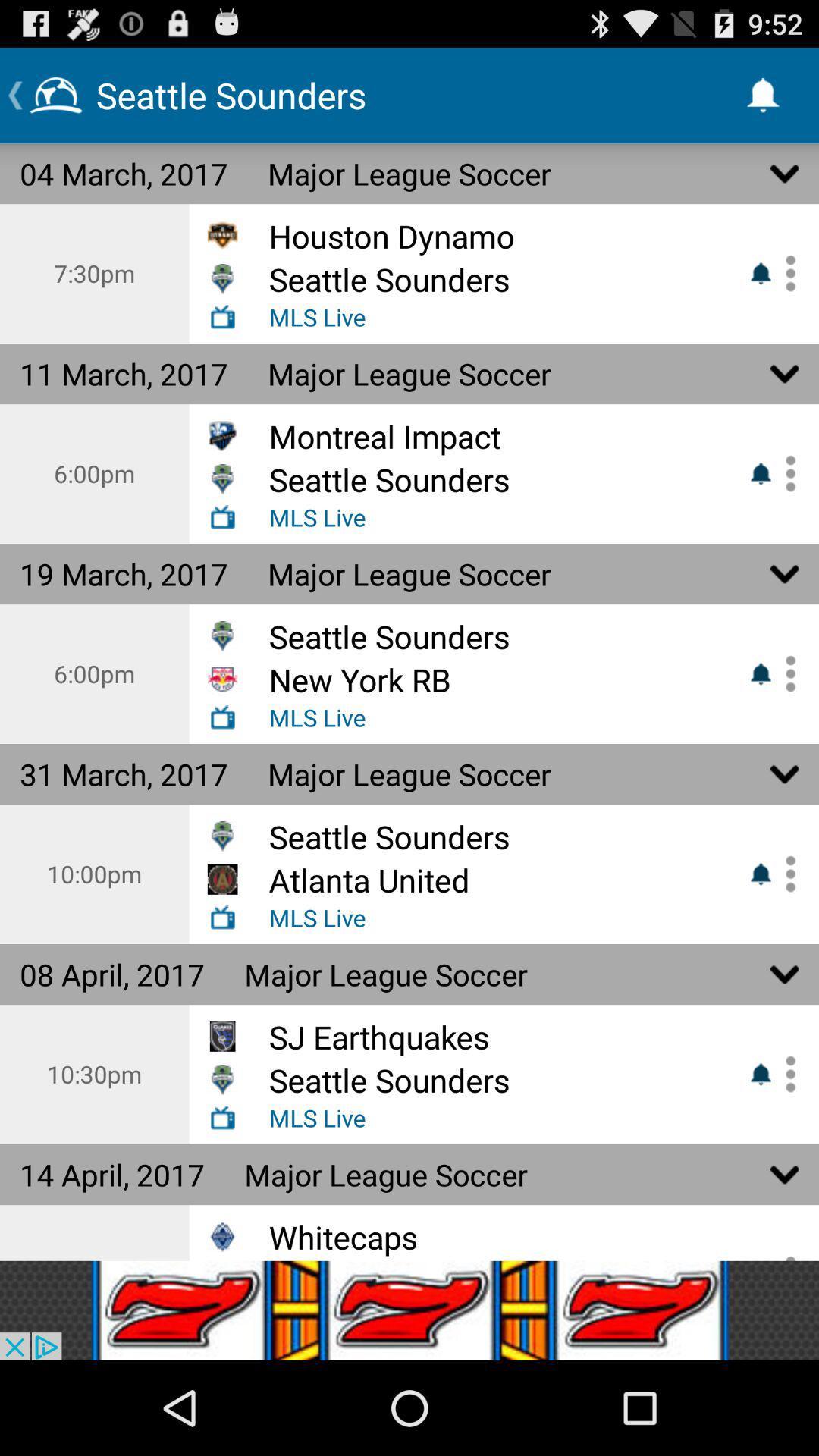  Describe the element at coordinates (785, 472) in the screenshot. I see `show more detials` at that location.